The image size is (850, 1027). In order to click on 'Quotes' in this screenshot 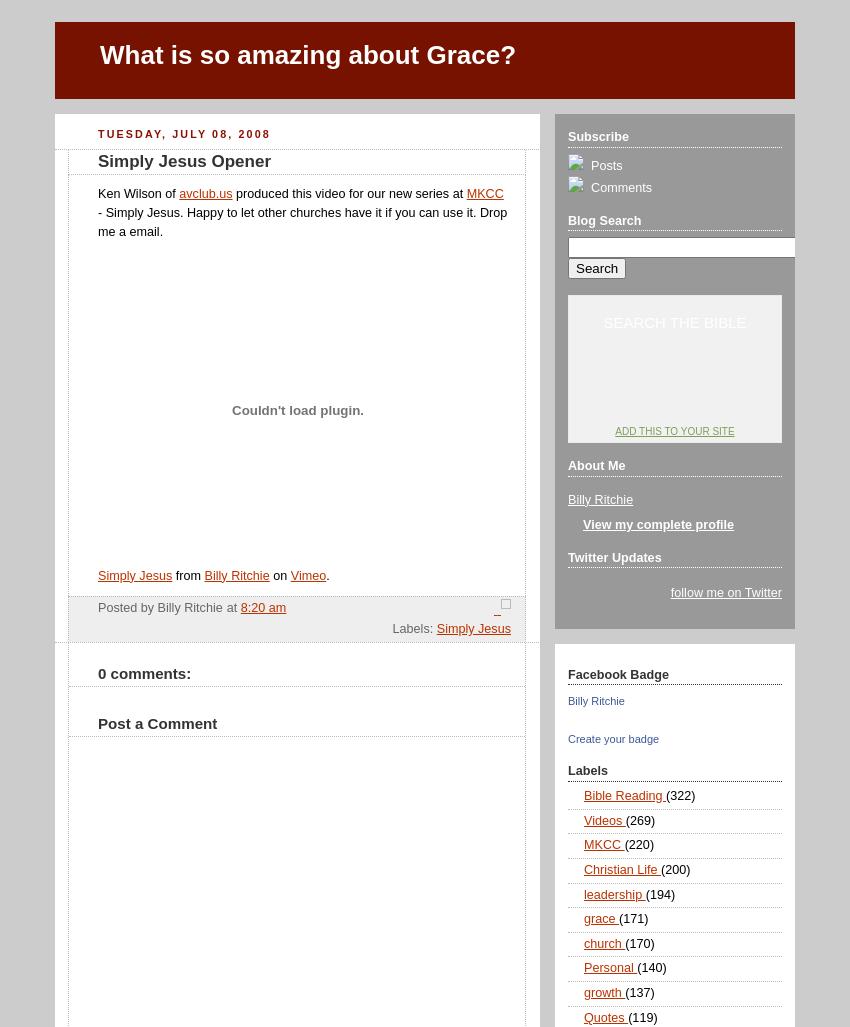, I will do `click(604, 1016)`.